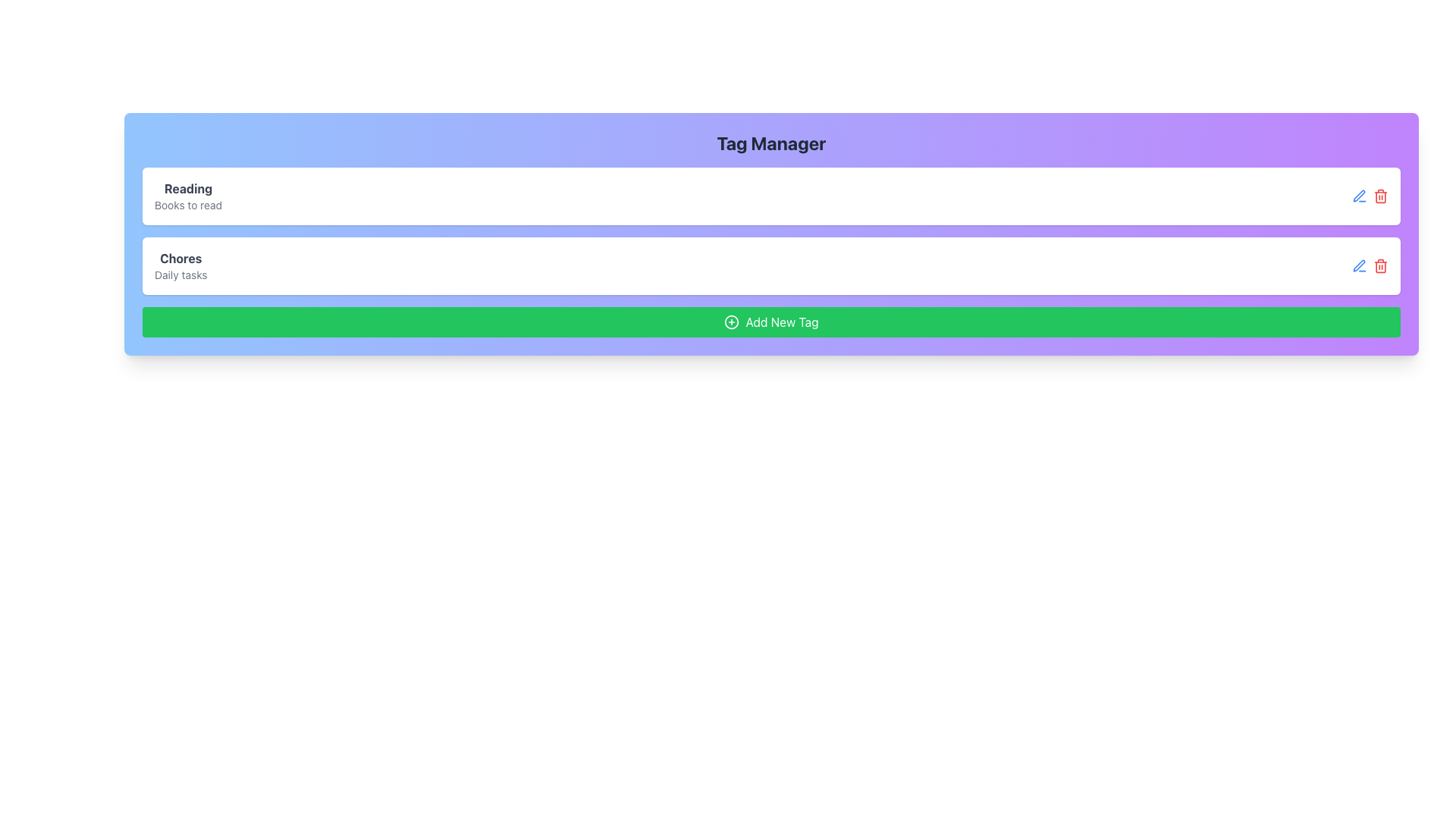 The width and height of the screenshot is (1456, 819). What do you see at coordinates (187, 195) in the screenshot?
I see `the informational label indicating the 'Reading' tag entry with subtext 'Books to read', located at the top of the 'Tag Manager' section within a white rounded rectangle` at bounding box center [187, 195].